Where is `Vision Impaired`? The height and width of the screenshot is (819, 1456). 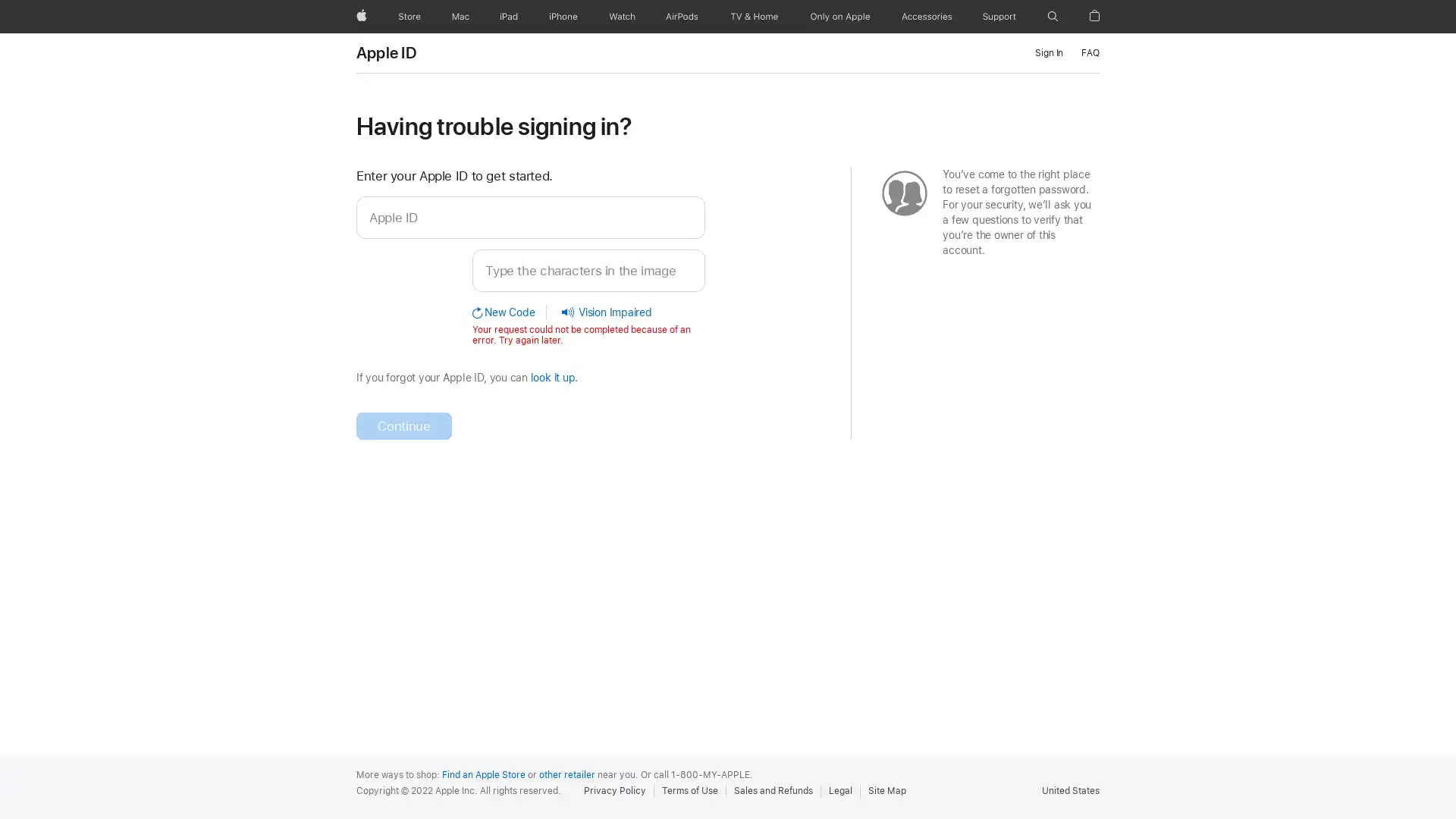 Vision Impaired is located at coordinates (600, 311).